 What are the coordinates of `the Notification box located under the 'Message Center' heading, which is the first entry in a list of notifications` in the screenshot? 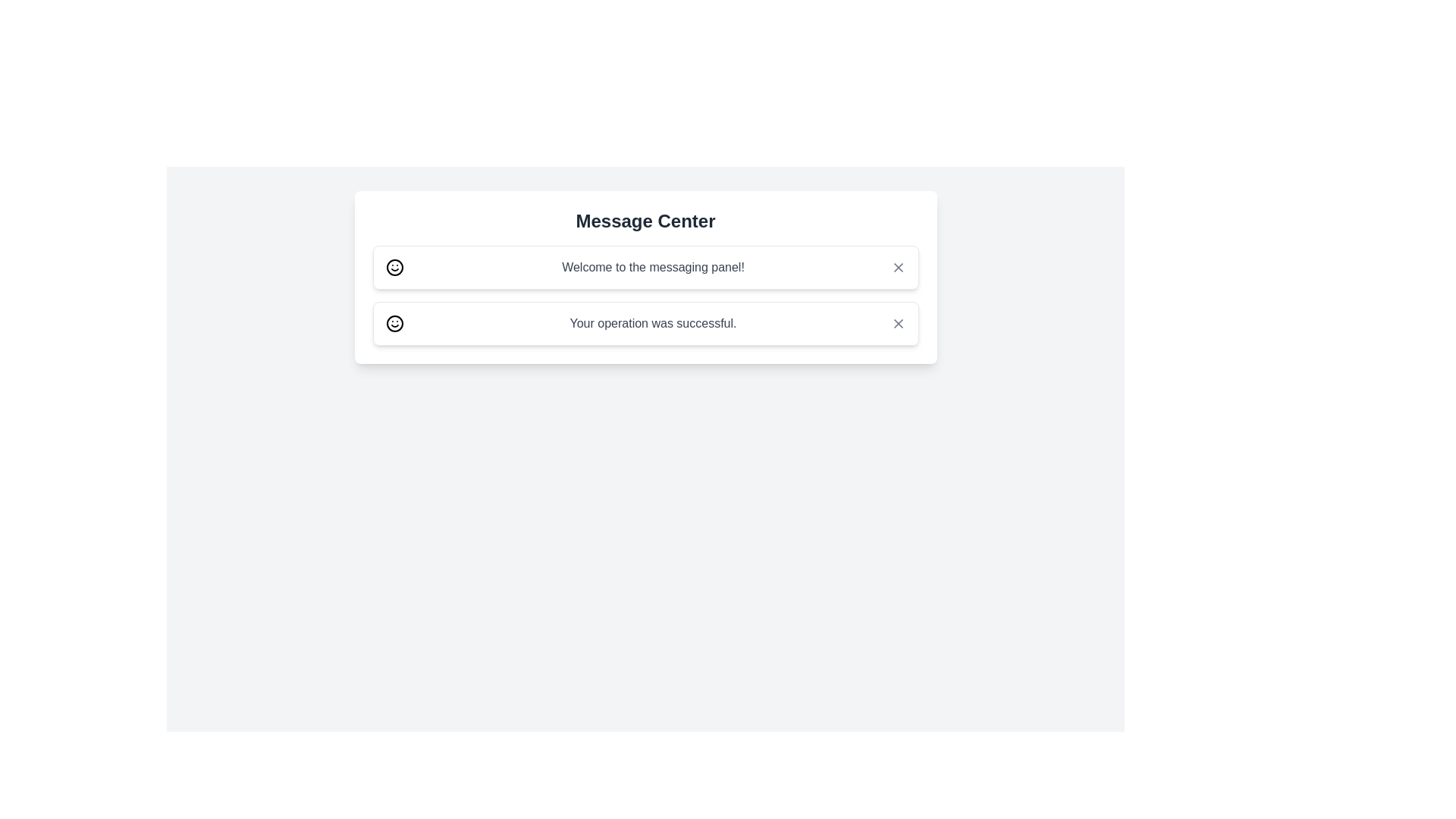 It's located at (645, 278).